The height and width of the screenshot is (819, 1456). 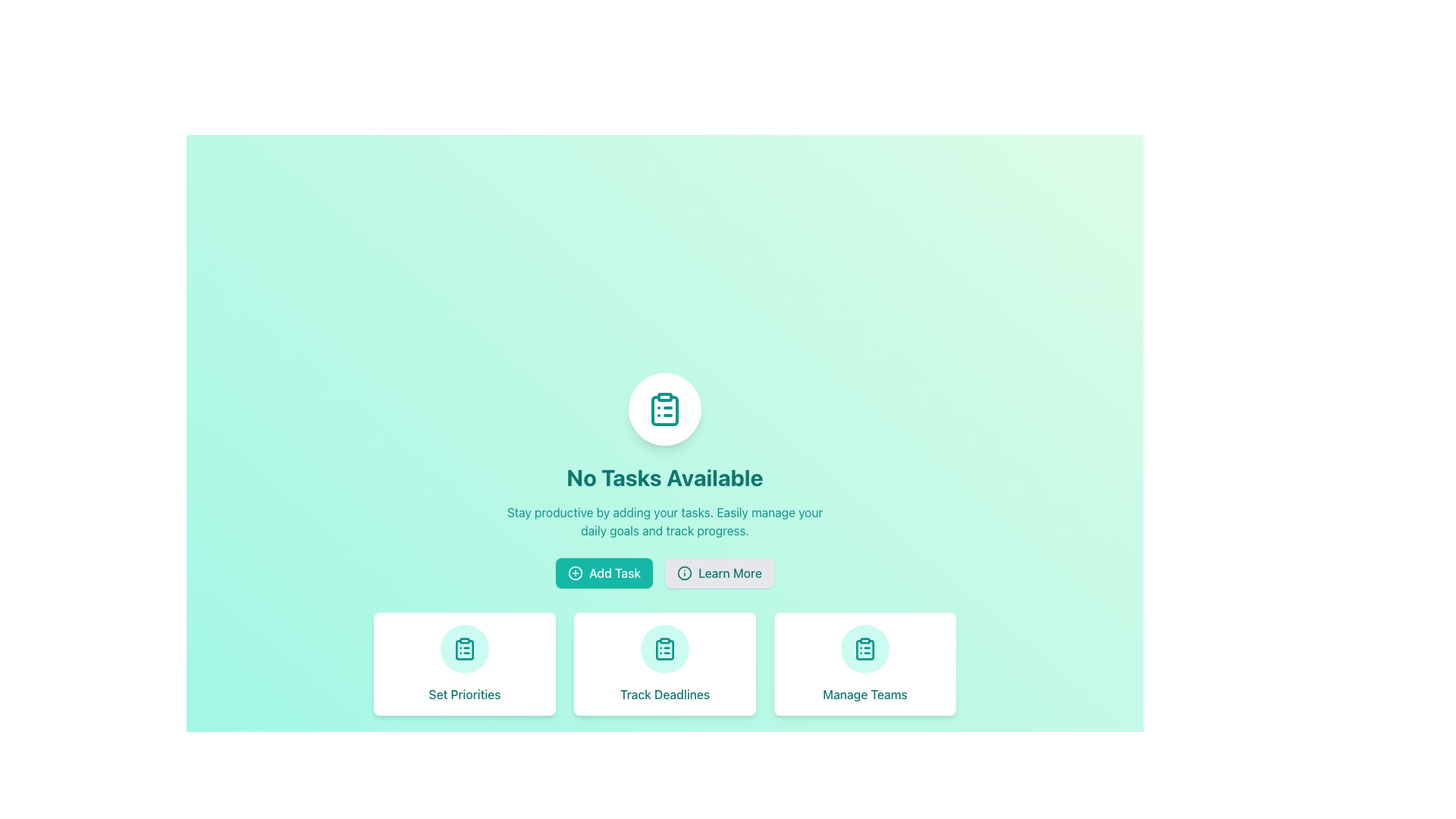 What do you see at coordinates (665, 409) in the screenshot?
I see `the circular button with a white background and teal clipboard icon located at the center of the interface, above the text 'No Tasks Available'` at bounding box center [665, 409].